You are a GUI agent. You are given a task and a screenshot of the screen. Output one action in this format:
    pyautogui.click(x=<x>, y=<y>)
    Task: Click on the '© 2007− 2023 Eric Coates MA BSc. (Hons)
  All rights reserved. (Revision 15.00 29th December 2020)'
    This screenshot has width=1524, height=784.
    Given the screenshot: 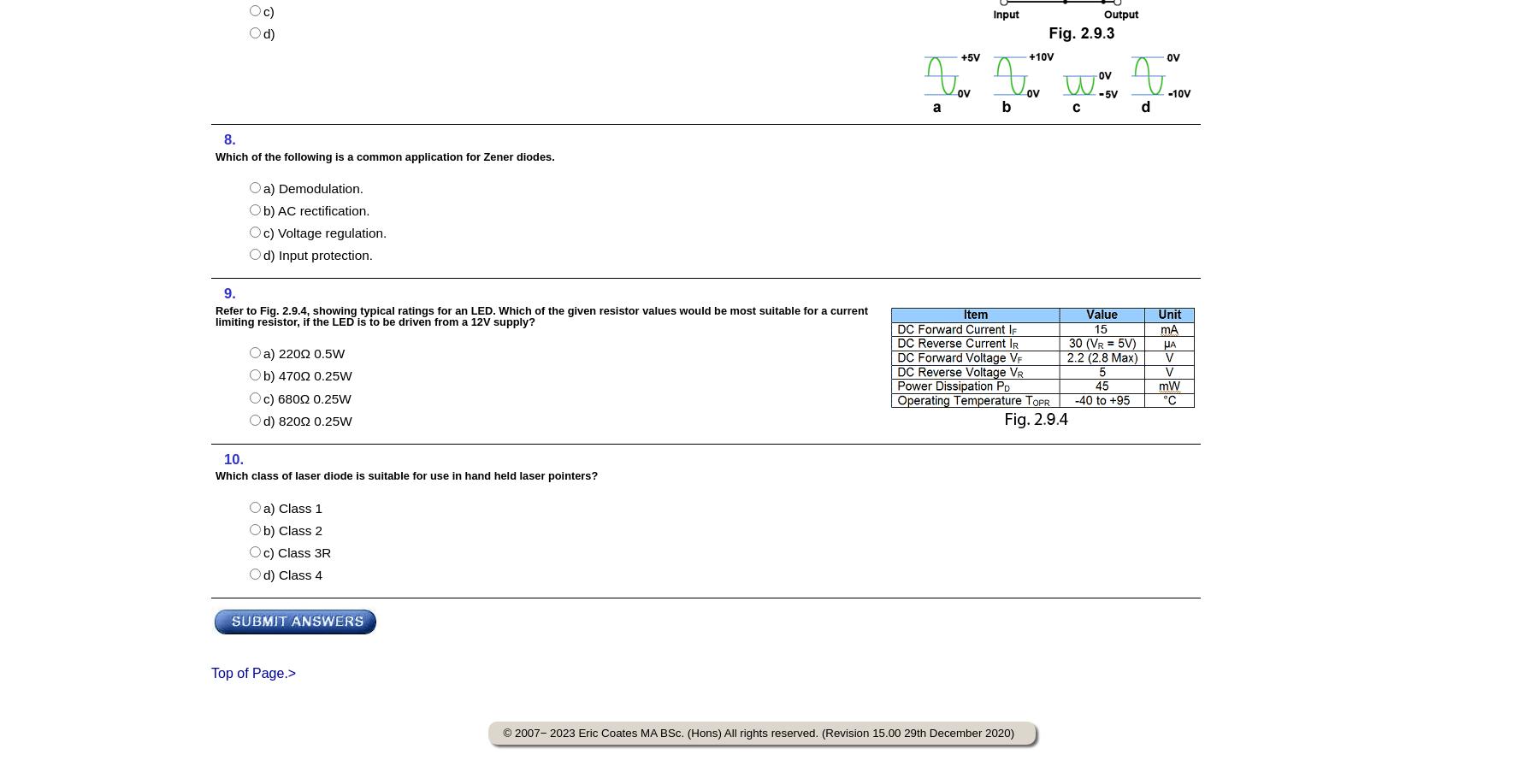 What is the action you would take?
    pyautogui.click(x=503, y=732)
    